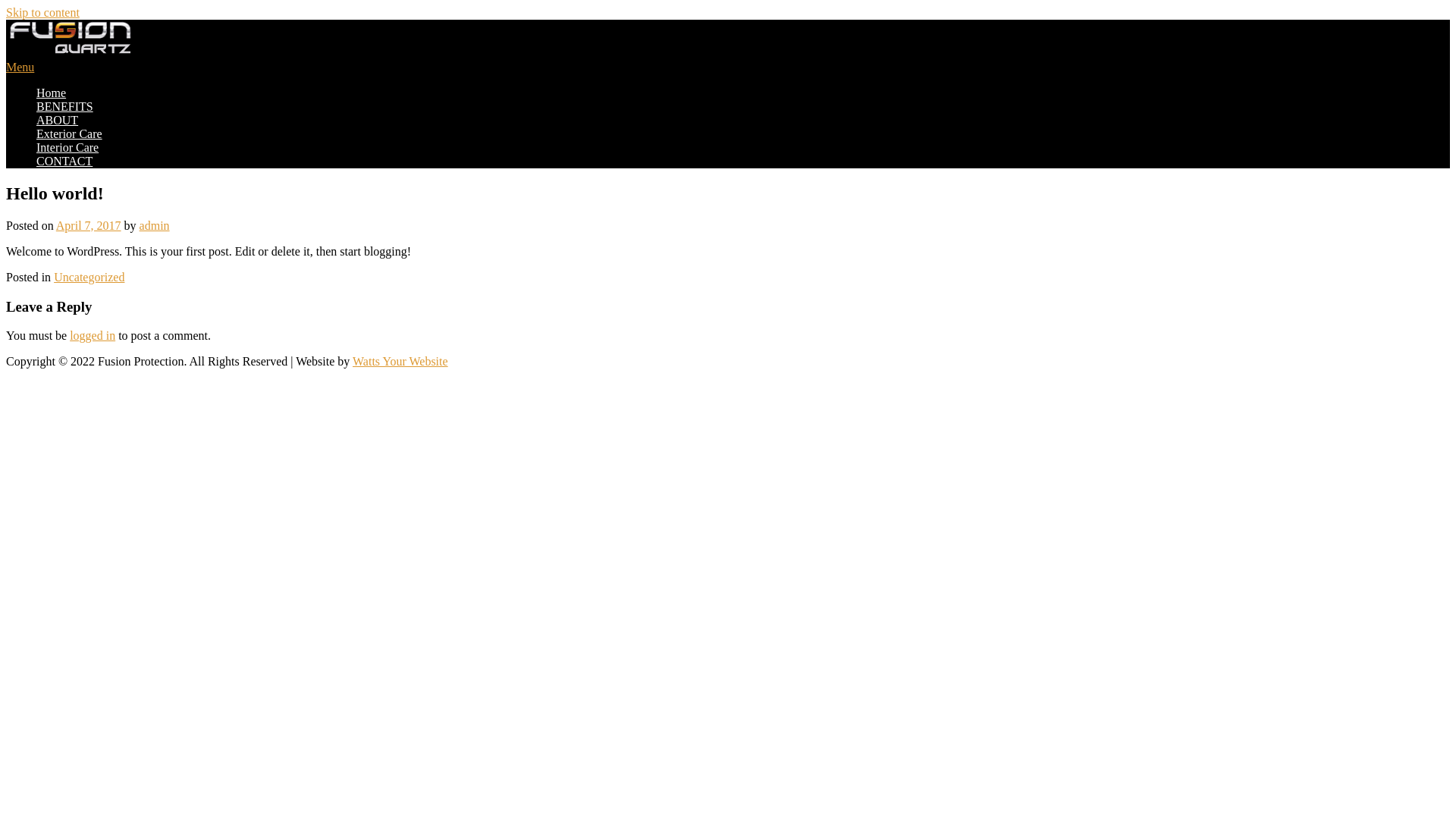  I want to click on 'Skip to content', so click(42, 12).